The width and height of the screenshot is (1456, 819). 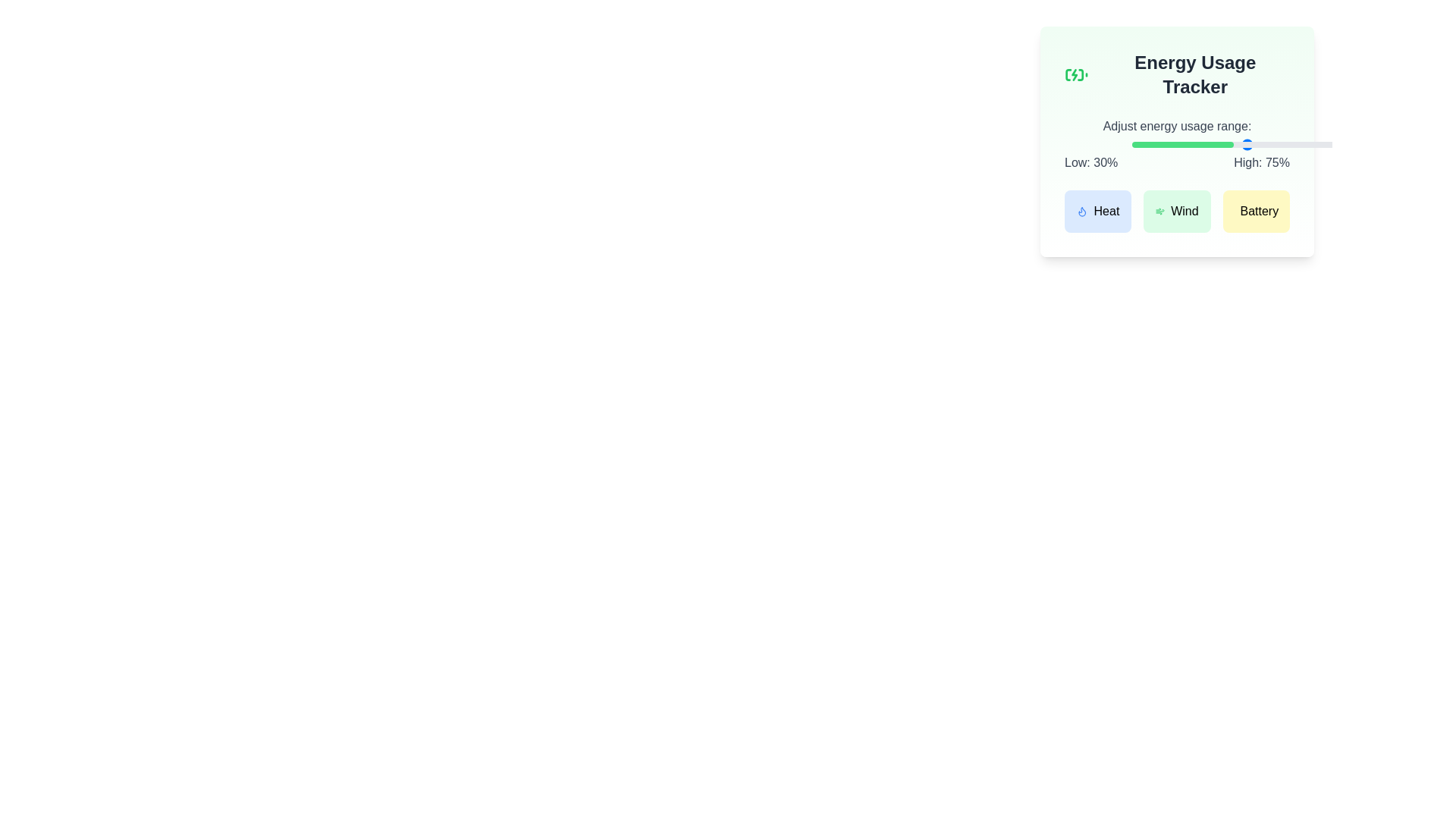 I want to click on the energy usage range, so click(x=1267, y=145).